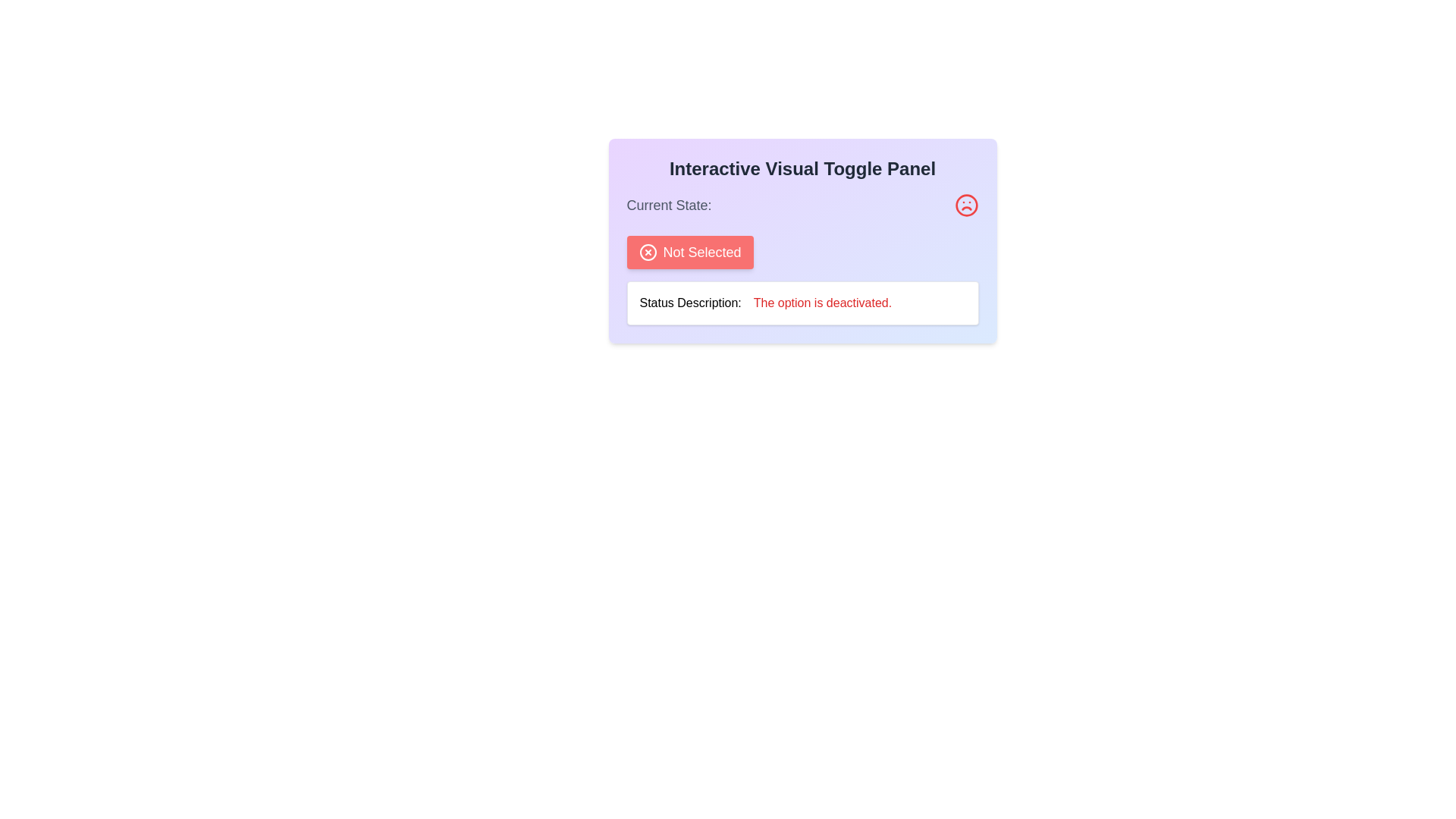  Describe the element at coordinates (965, 205) in the screenshot. I see `the decorative SVG Circle located in the center-left area of the frown icon in the top-right corner of the 'Interactive Visual Toggle Panel'` at that location.